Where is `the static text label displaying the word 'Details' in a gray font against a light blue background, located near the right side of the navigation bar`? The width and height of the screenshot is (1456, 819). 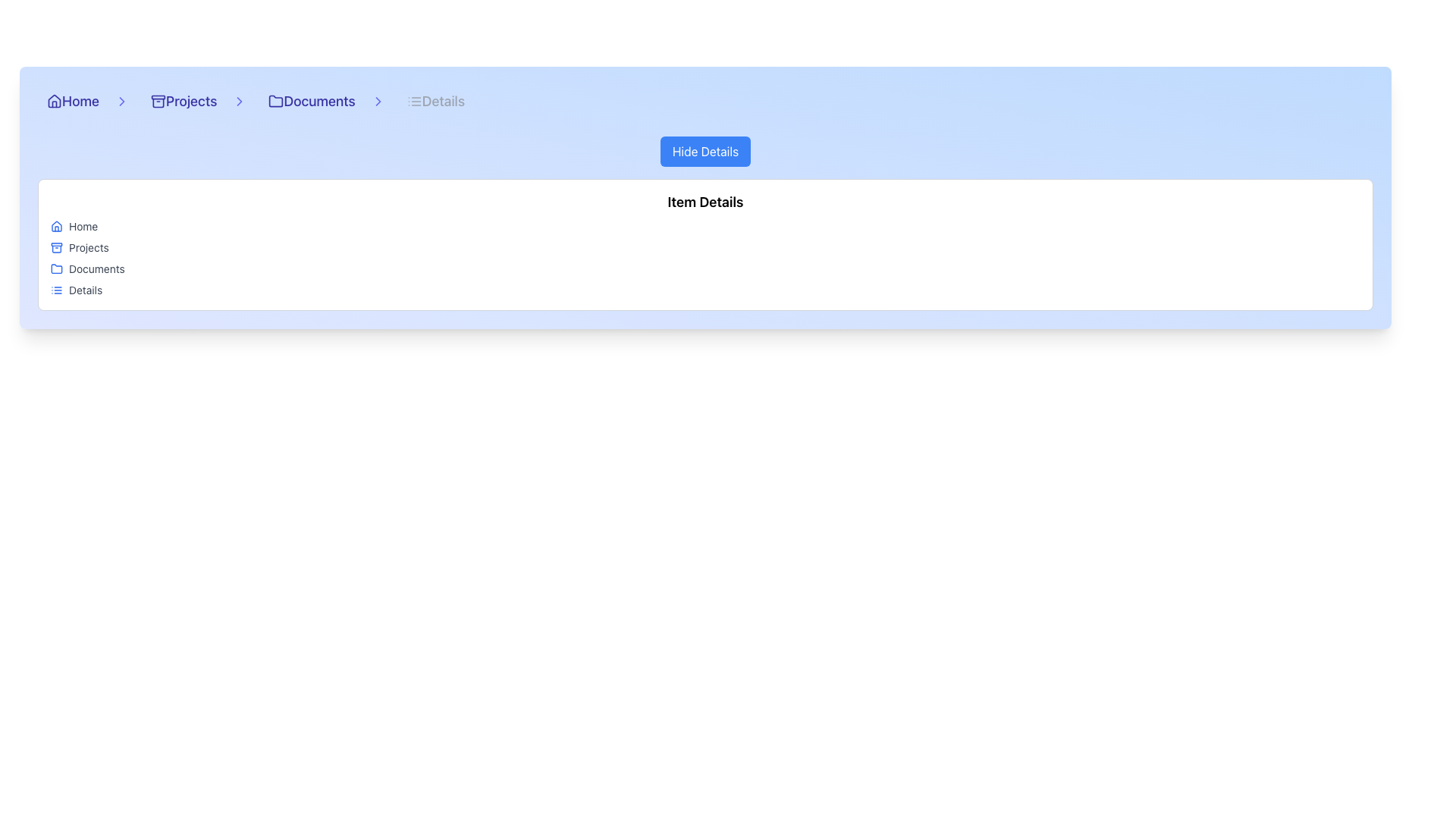 the static text label displaying the word 'Details' in a gray font against a light blue background, located near the right side of the navigation bar is located at coordinates (442, 102).